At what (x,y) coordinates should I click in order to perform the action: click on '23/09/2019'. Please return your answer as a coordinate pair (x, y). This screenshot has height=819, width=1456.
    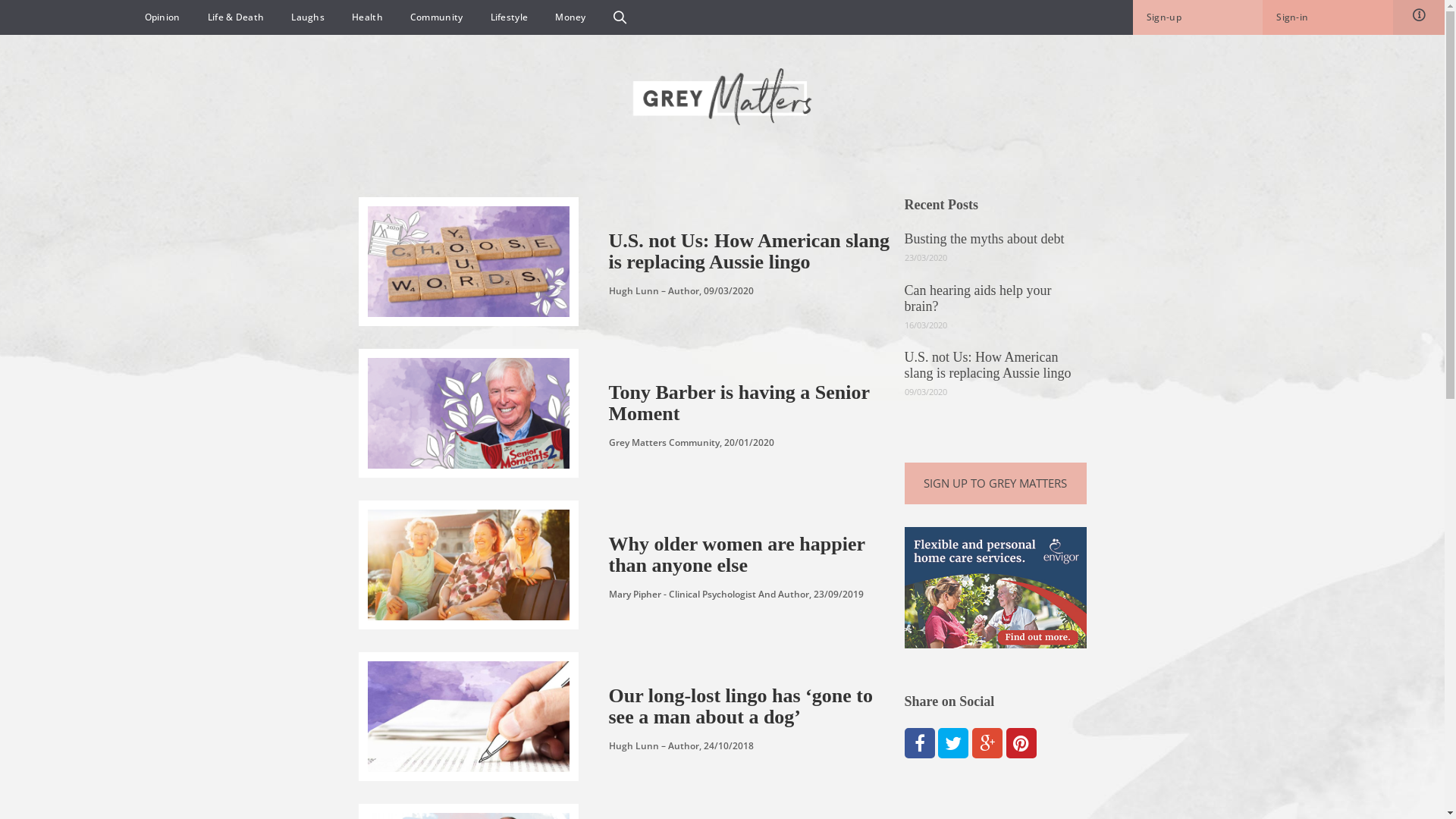
    Looking at the image, I should click on (836, 593).